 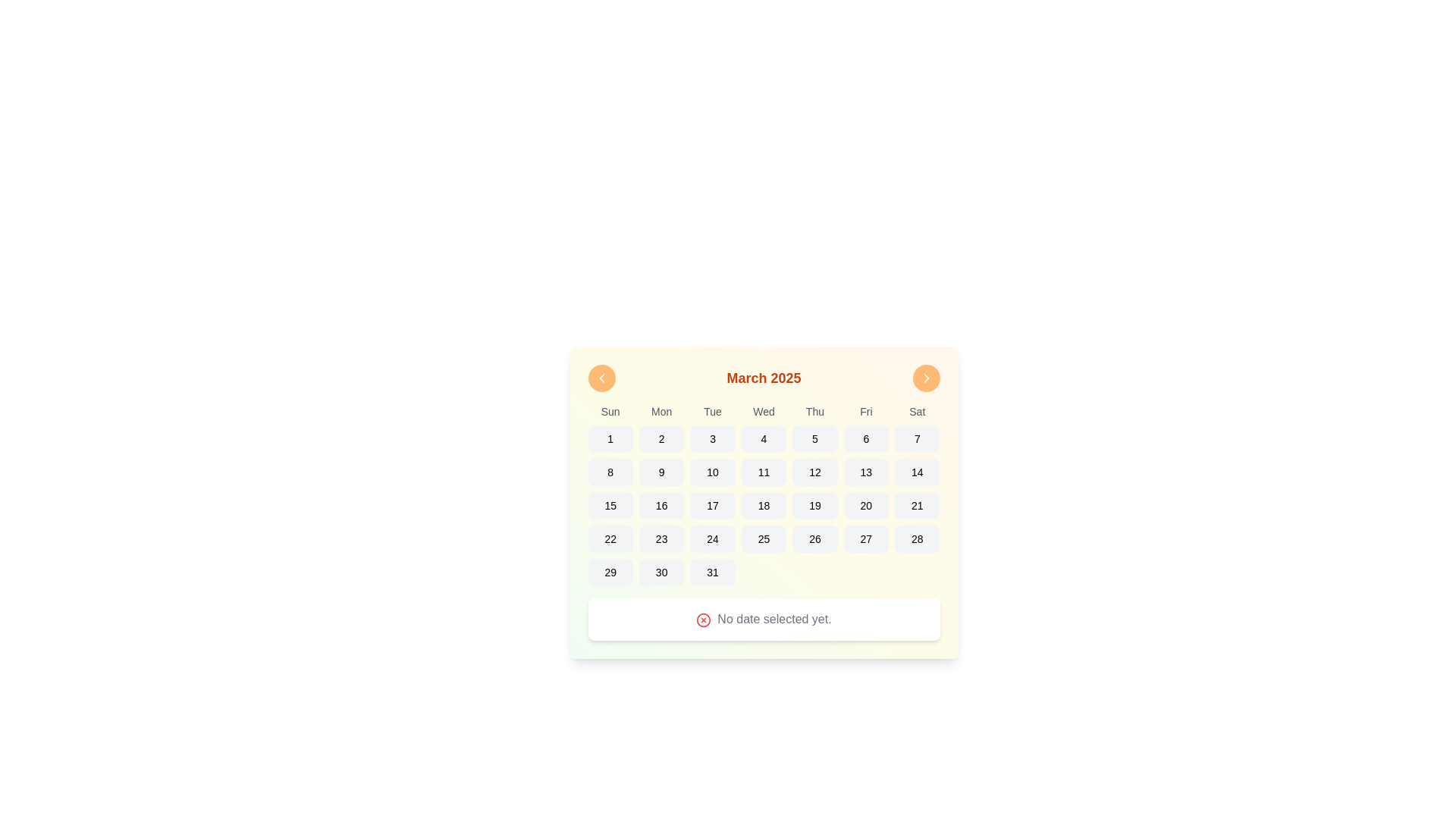 I want to click on the button labeled '9' in the calendar grid, located in the second row, second column beneath 'Mon', to change its background color, so click(x=661, y=472).